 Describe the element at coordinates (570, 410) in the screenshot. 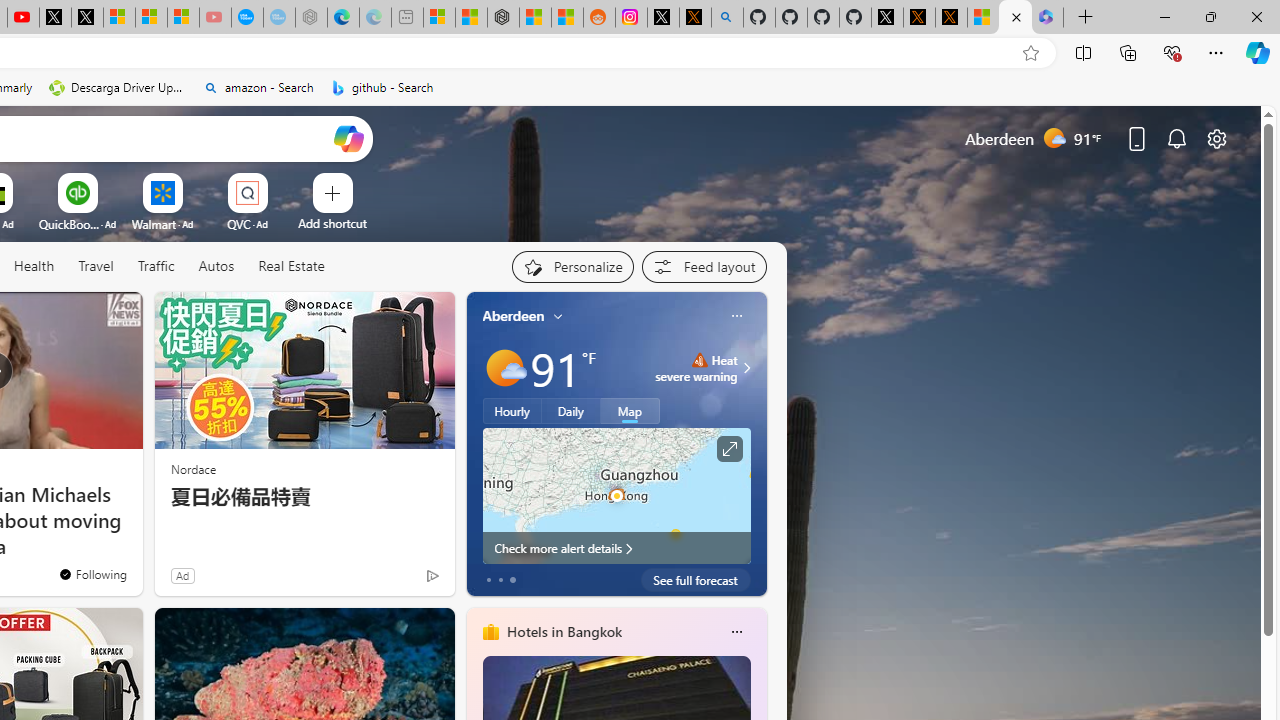

I see `'Daily'` at that location.